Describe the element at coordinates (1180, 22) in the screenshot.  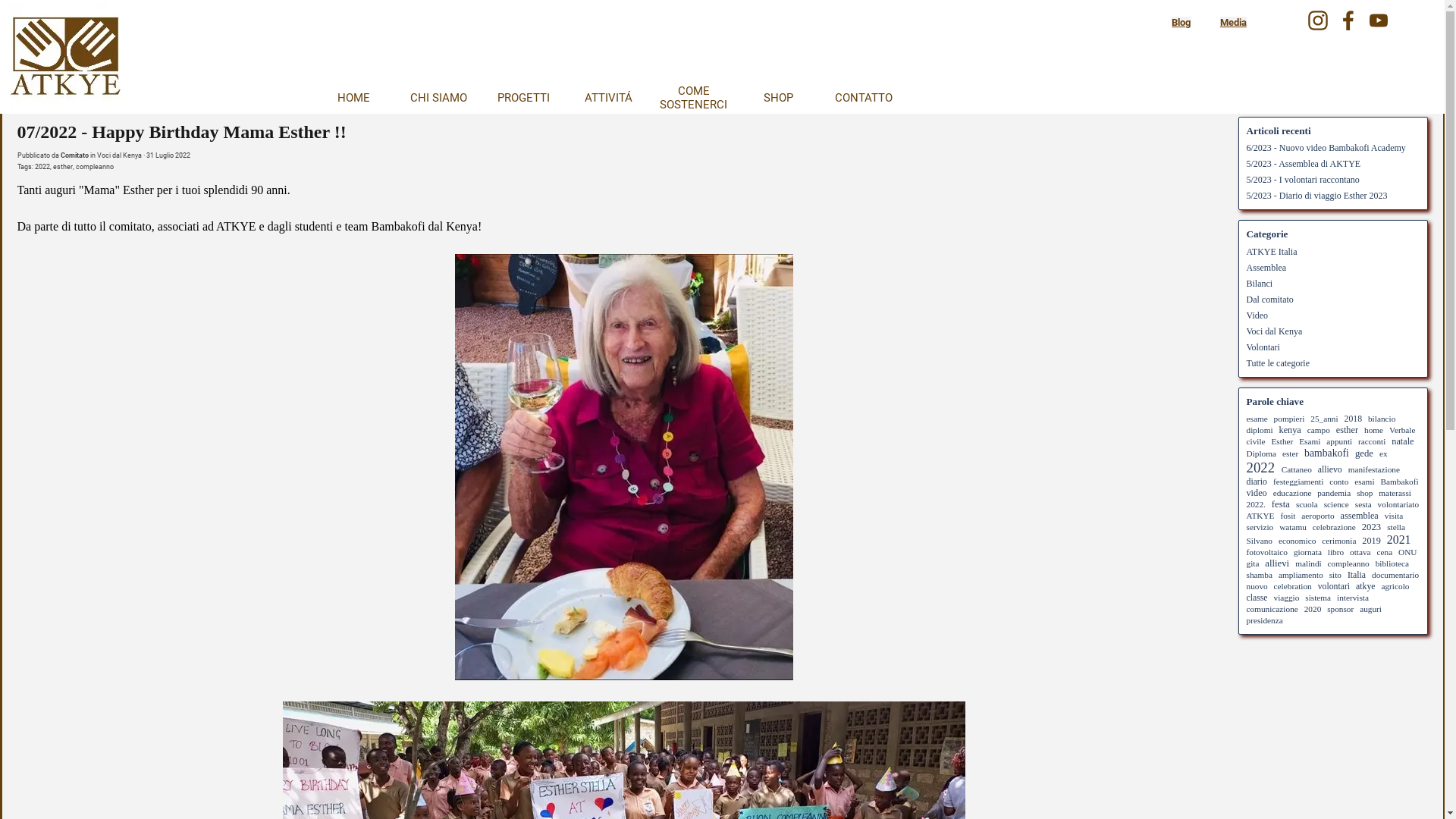
I see `'Blog'` at that location.